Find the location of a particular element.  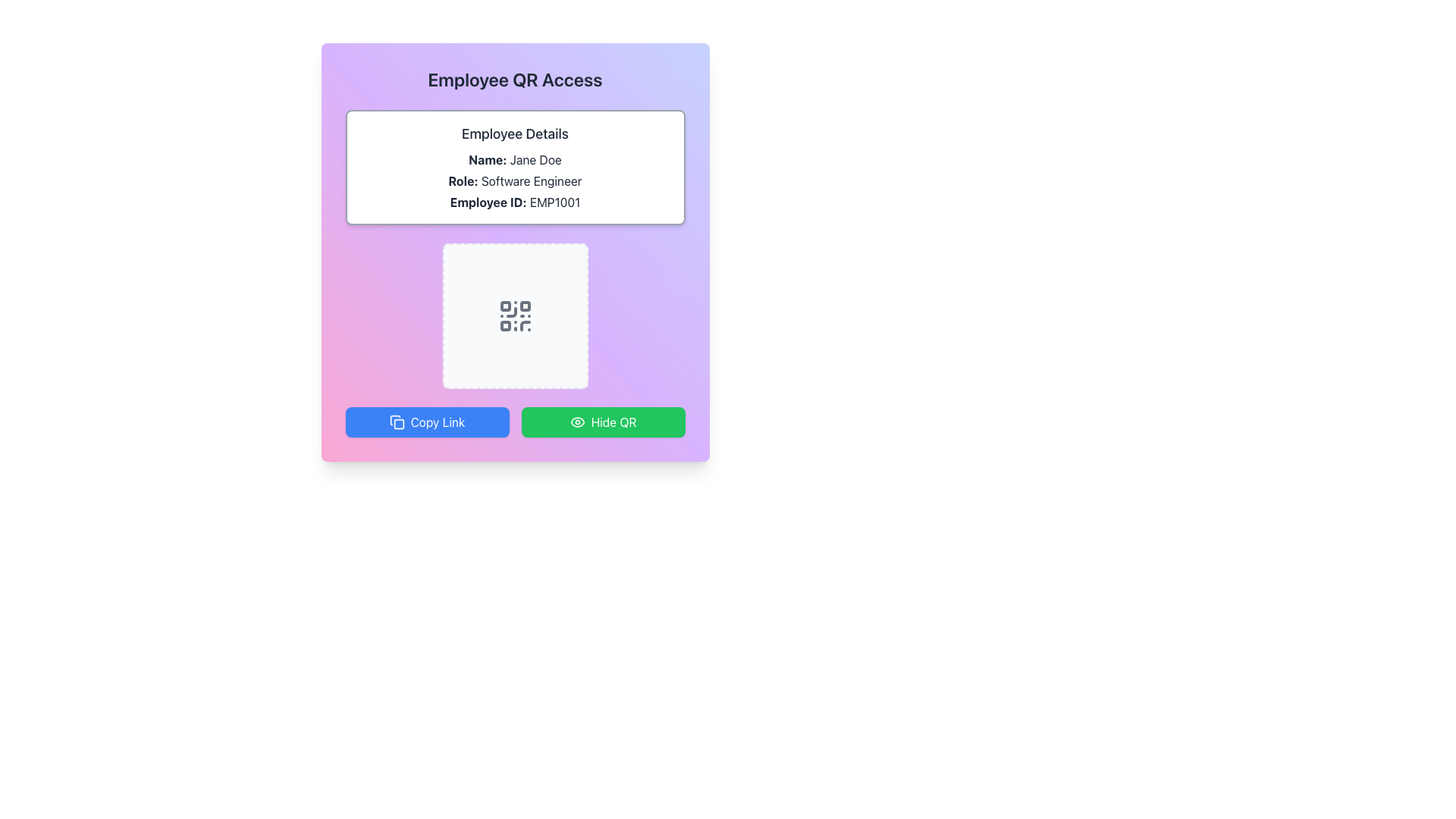

the QR code icon located centrally within the dashed gray-bordered square box below the 'Employee Details' card is located at coordinates (515, 315).